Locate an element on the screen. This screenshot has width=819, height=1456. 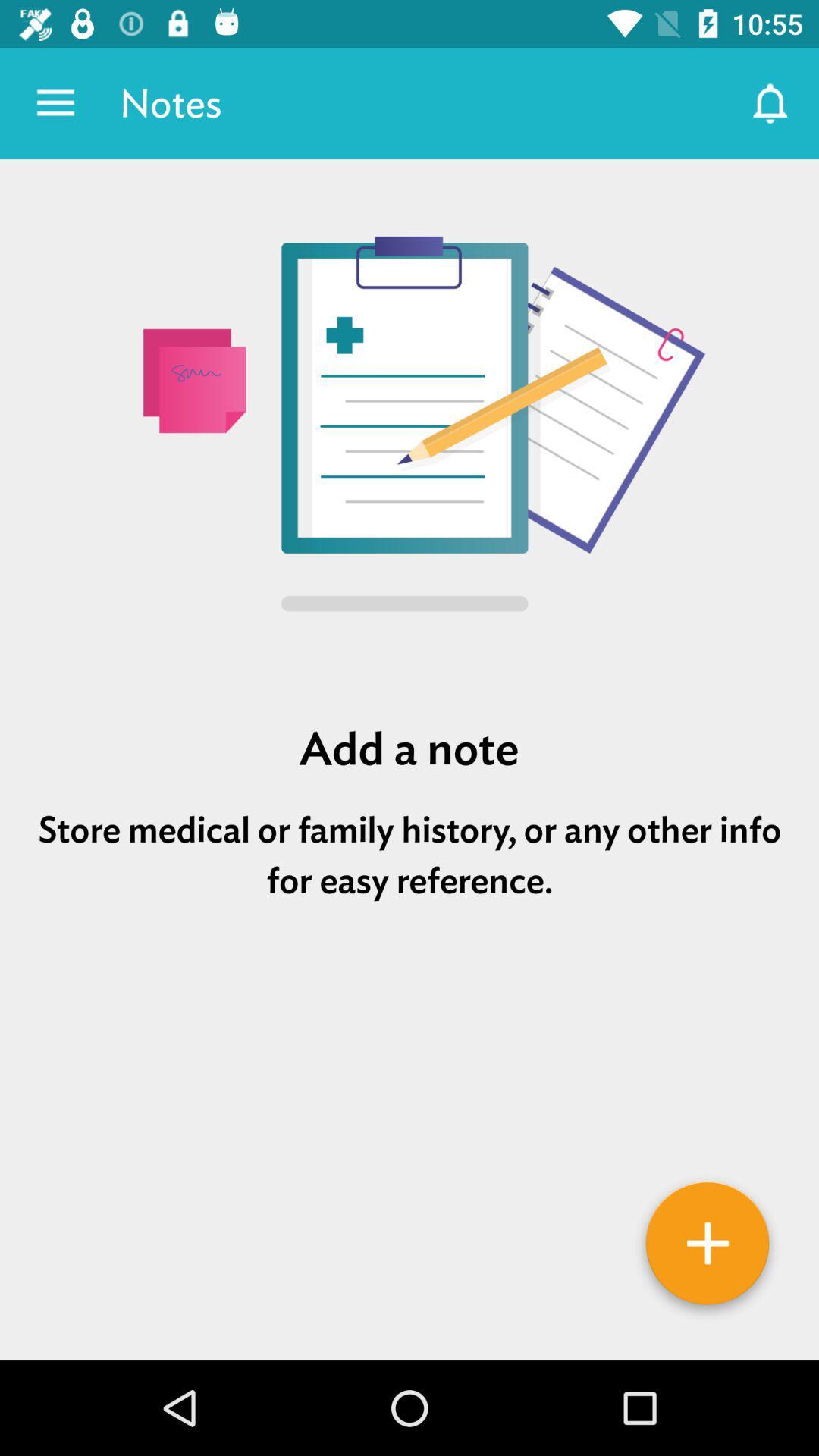
a new note is located at coordinates (708, 1248).